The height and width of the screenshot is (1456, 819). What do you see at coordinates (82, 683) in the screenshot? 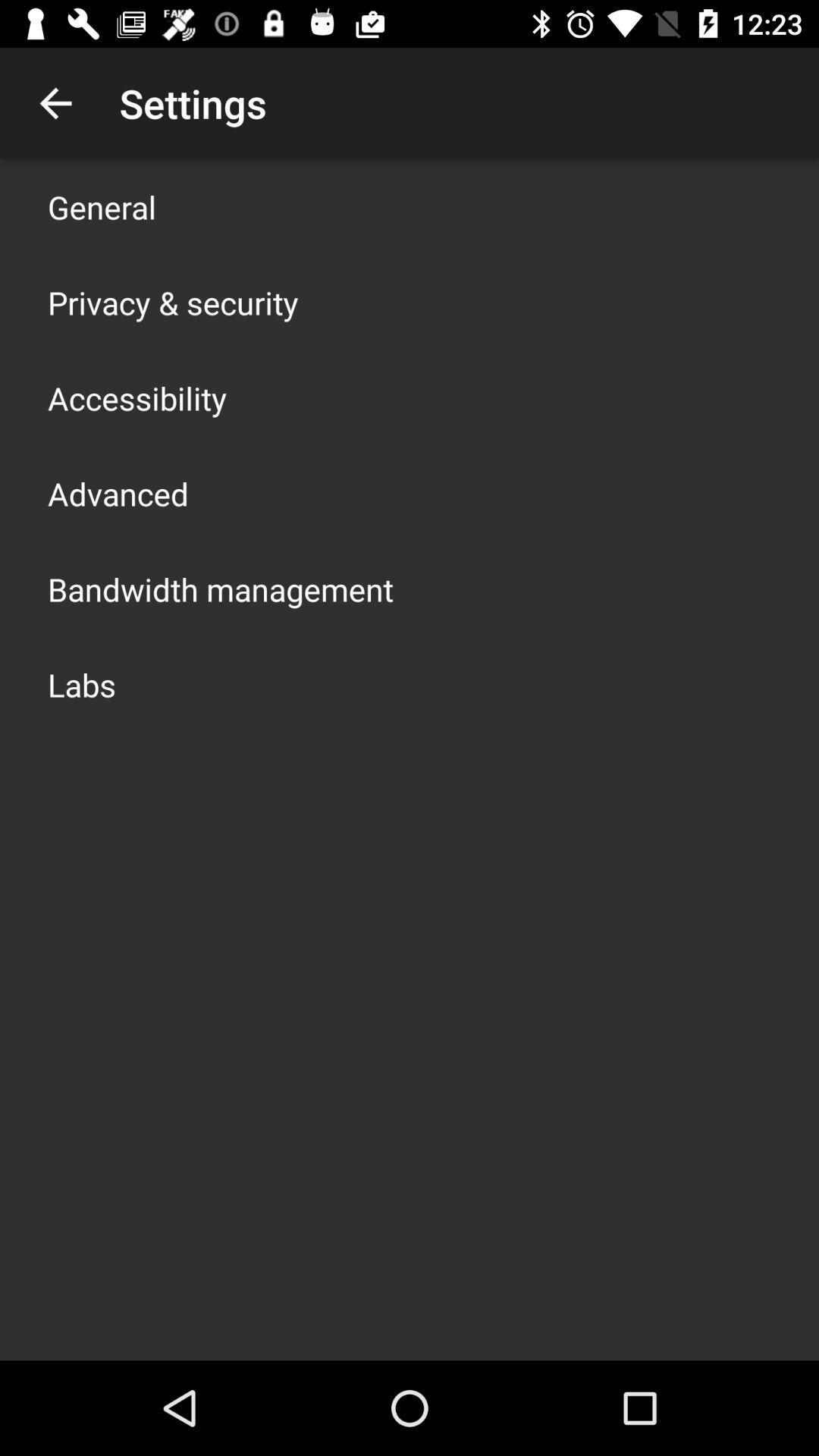
I see `labs icon` at bounding box center [82, 683].